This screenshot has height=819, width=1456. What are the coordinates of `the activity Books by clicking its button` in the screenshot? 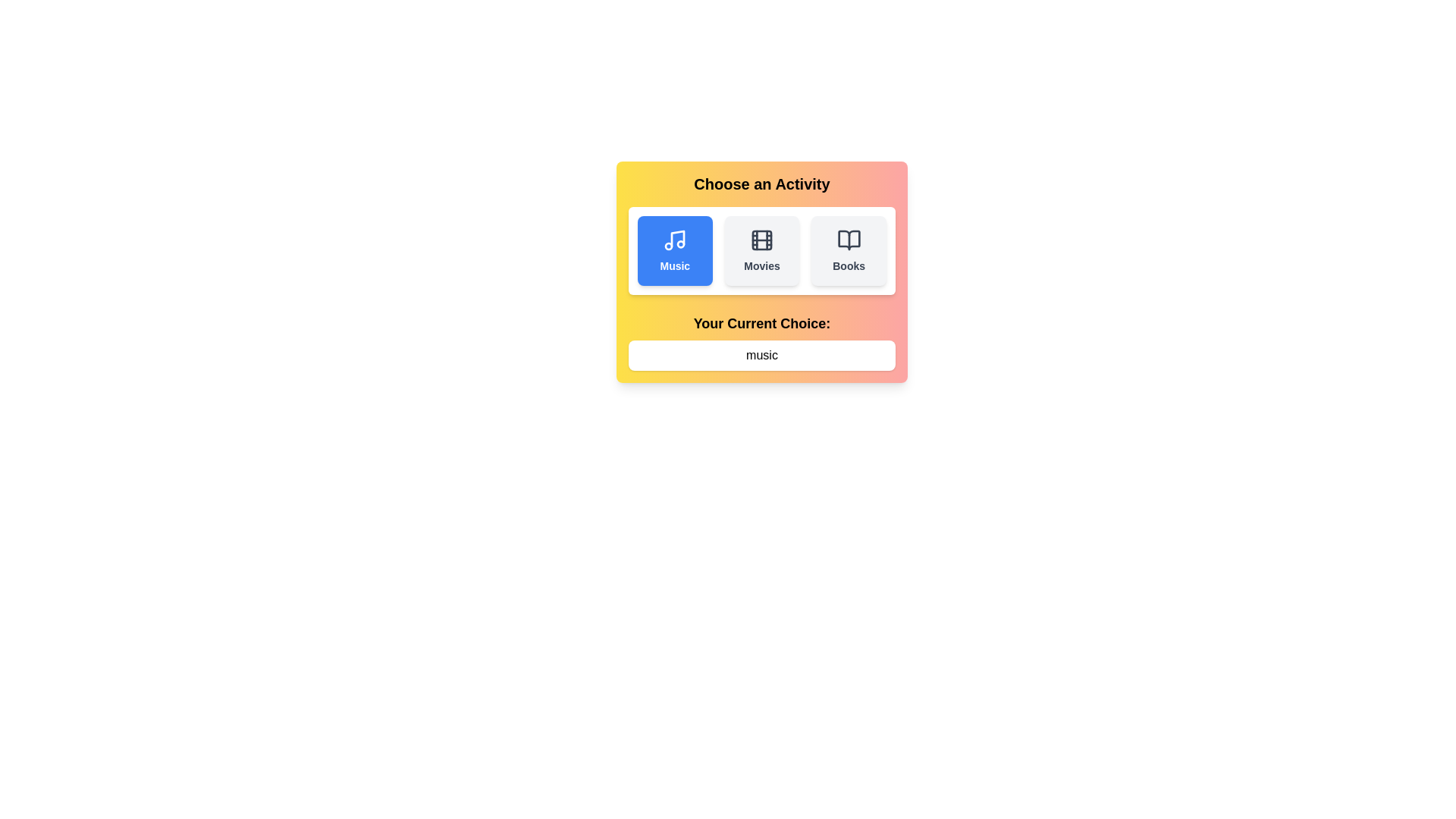 It's located at (847, 250).